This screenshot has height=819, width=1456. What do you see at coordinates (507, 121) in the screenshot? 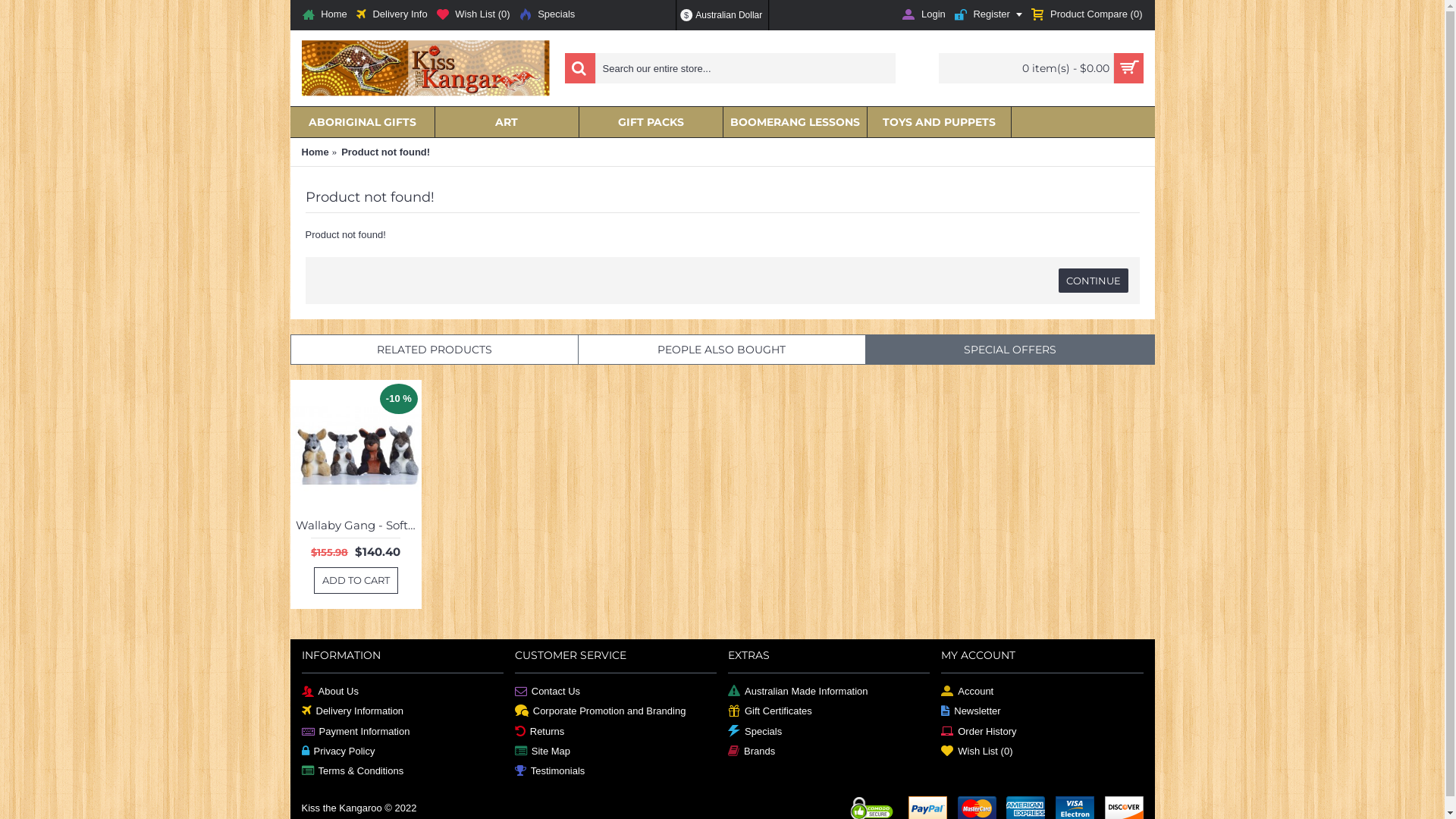
I see `'ART'` at bounding box center [507, 121].